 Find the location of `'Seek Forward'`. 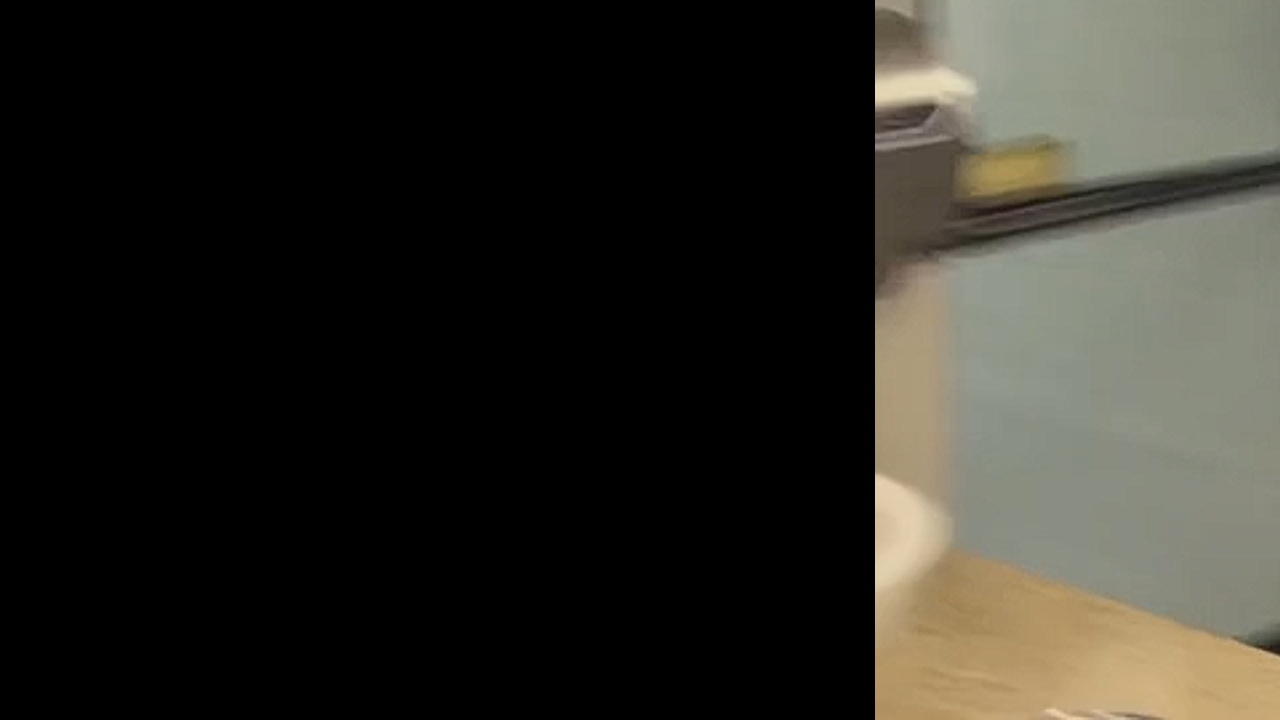

'Seek Forward' is located at coordinates (109, 696).